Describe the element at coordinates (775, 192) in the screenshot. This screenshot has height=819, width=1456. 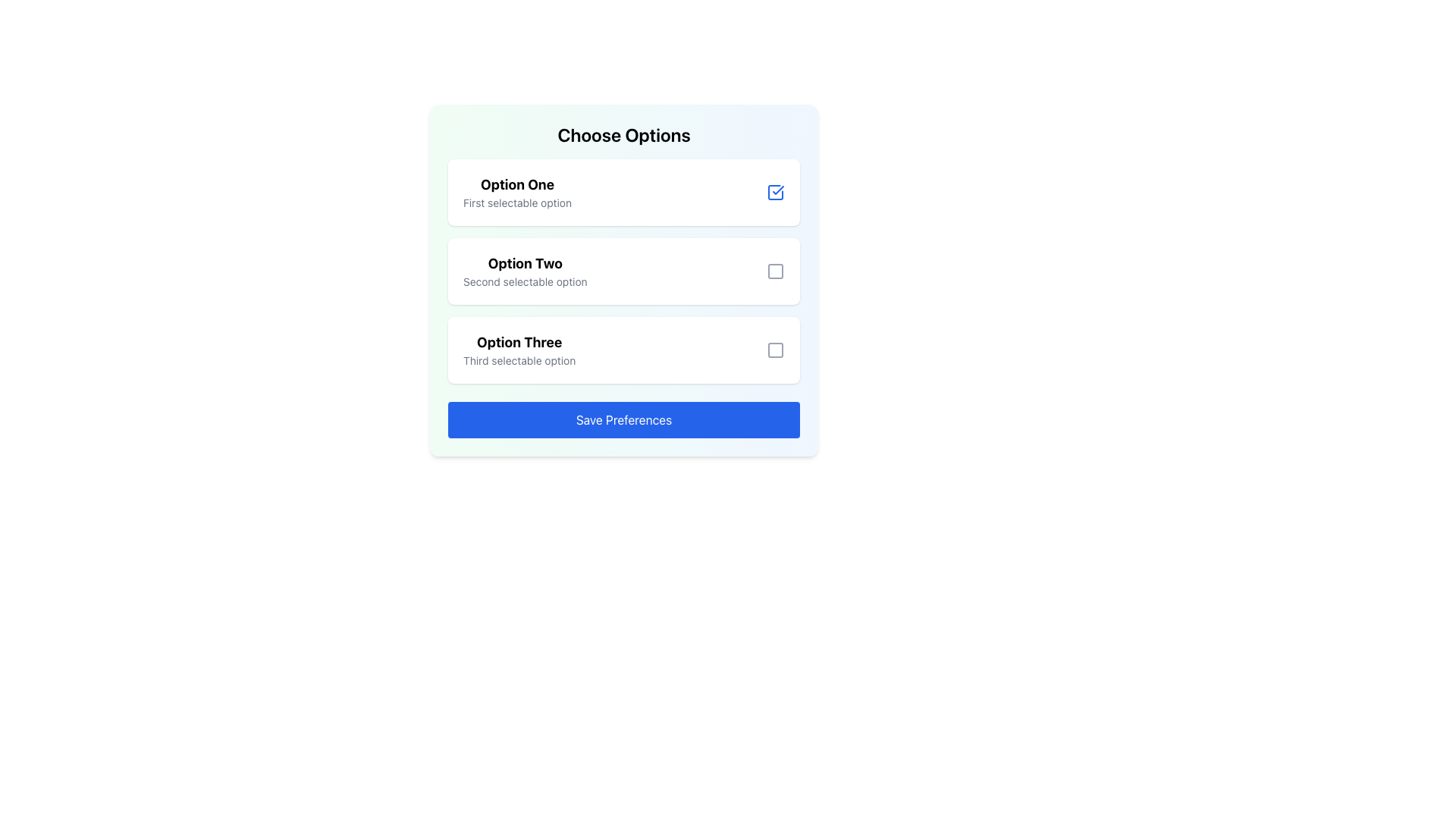
I see `the checkbox icon with a blue outline and a checkmark inside, located to the right of the 'Option One' text in the 'Choose Options' list to interact with it` at that location.